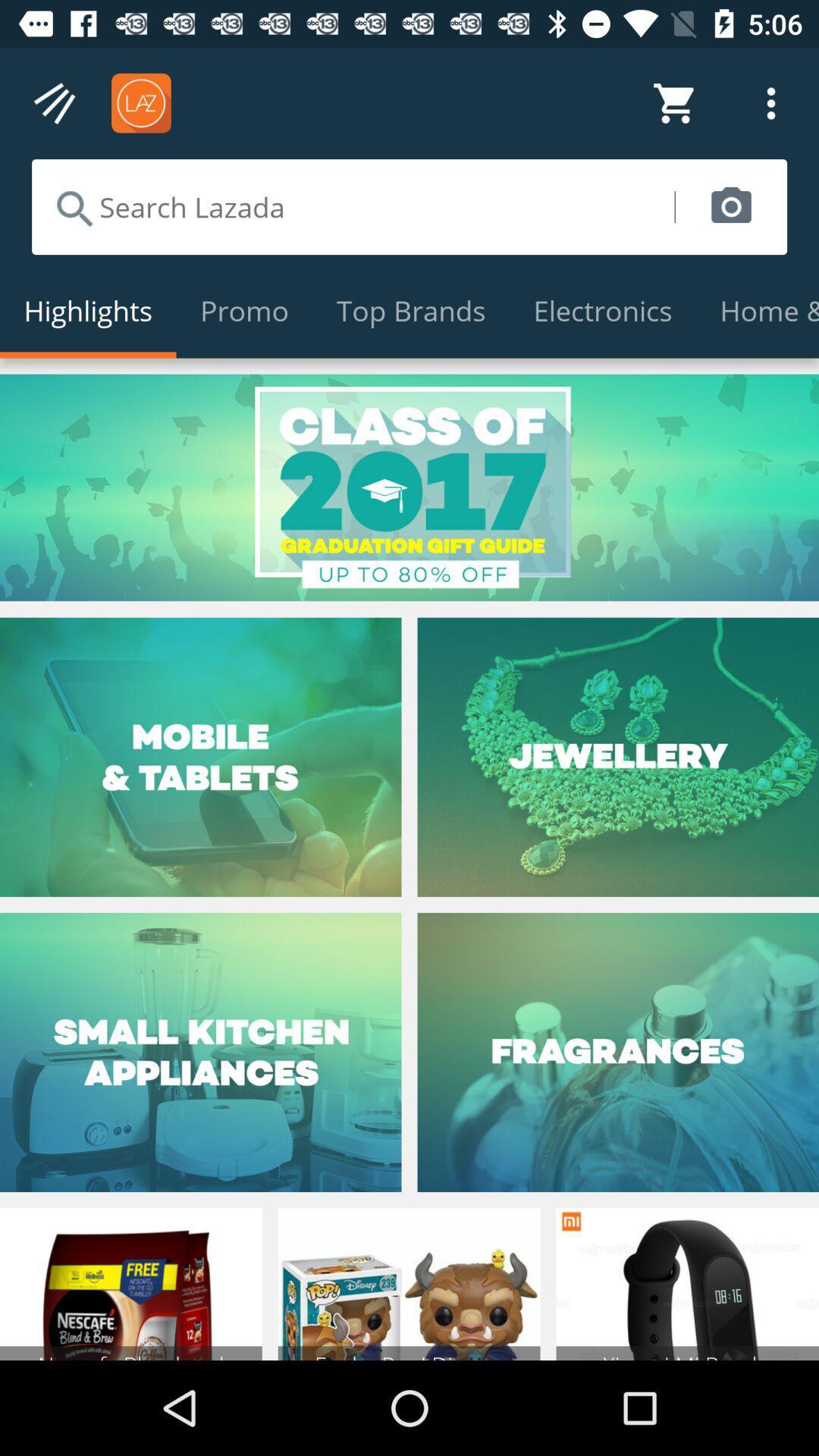 Image resolution: width=819 pixels, height=1456 pixels. What do you see at coordinates (409, 1283) in the screenshot?
I see `the bottom middle image of page` at bounding box center [409, 1283].